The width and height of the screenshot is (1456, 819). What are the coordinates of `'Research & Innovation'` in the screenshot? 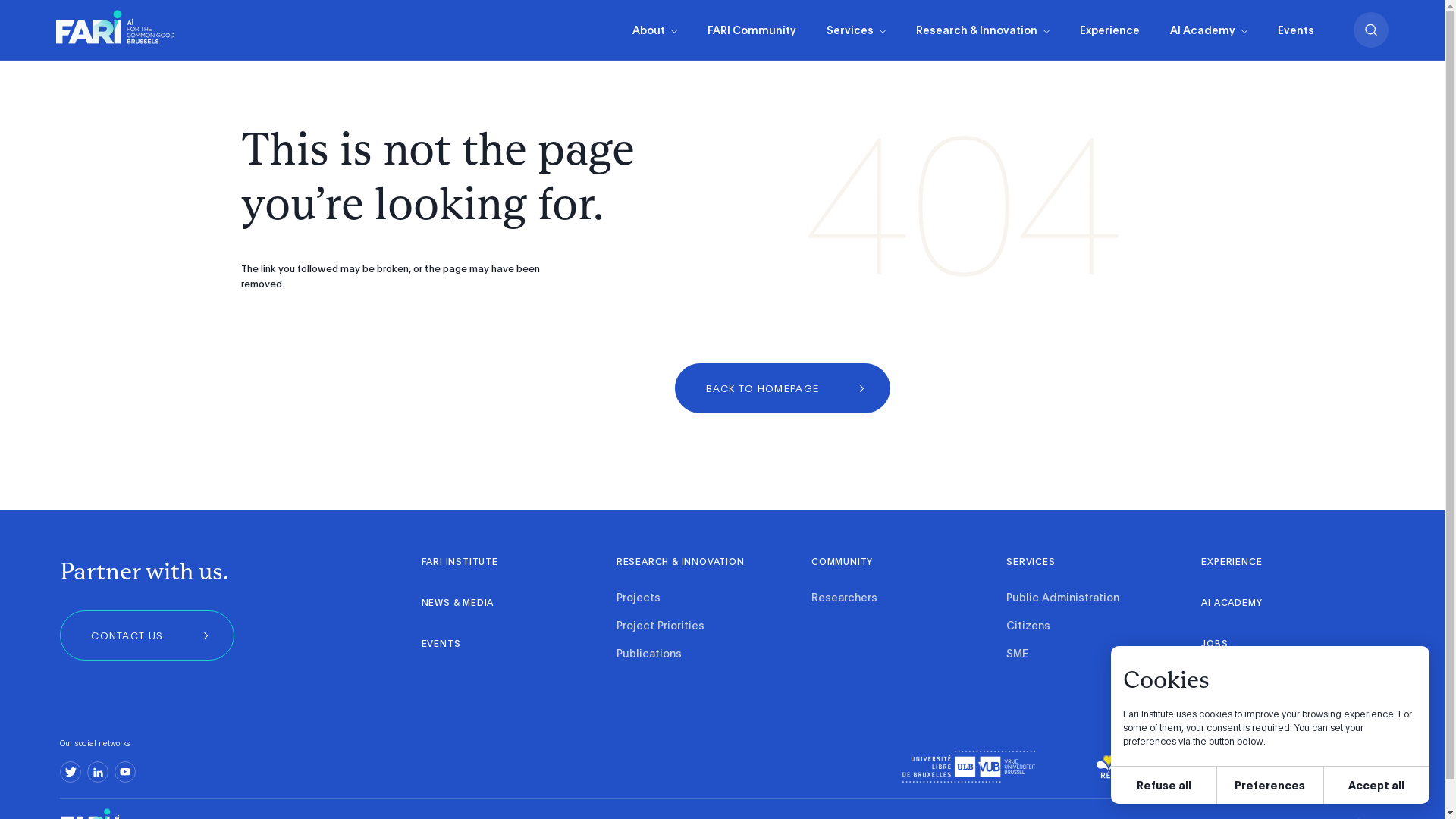 It's located at (901, 30).